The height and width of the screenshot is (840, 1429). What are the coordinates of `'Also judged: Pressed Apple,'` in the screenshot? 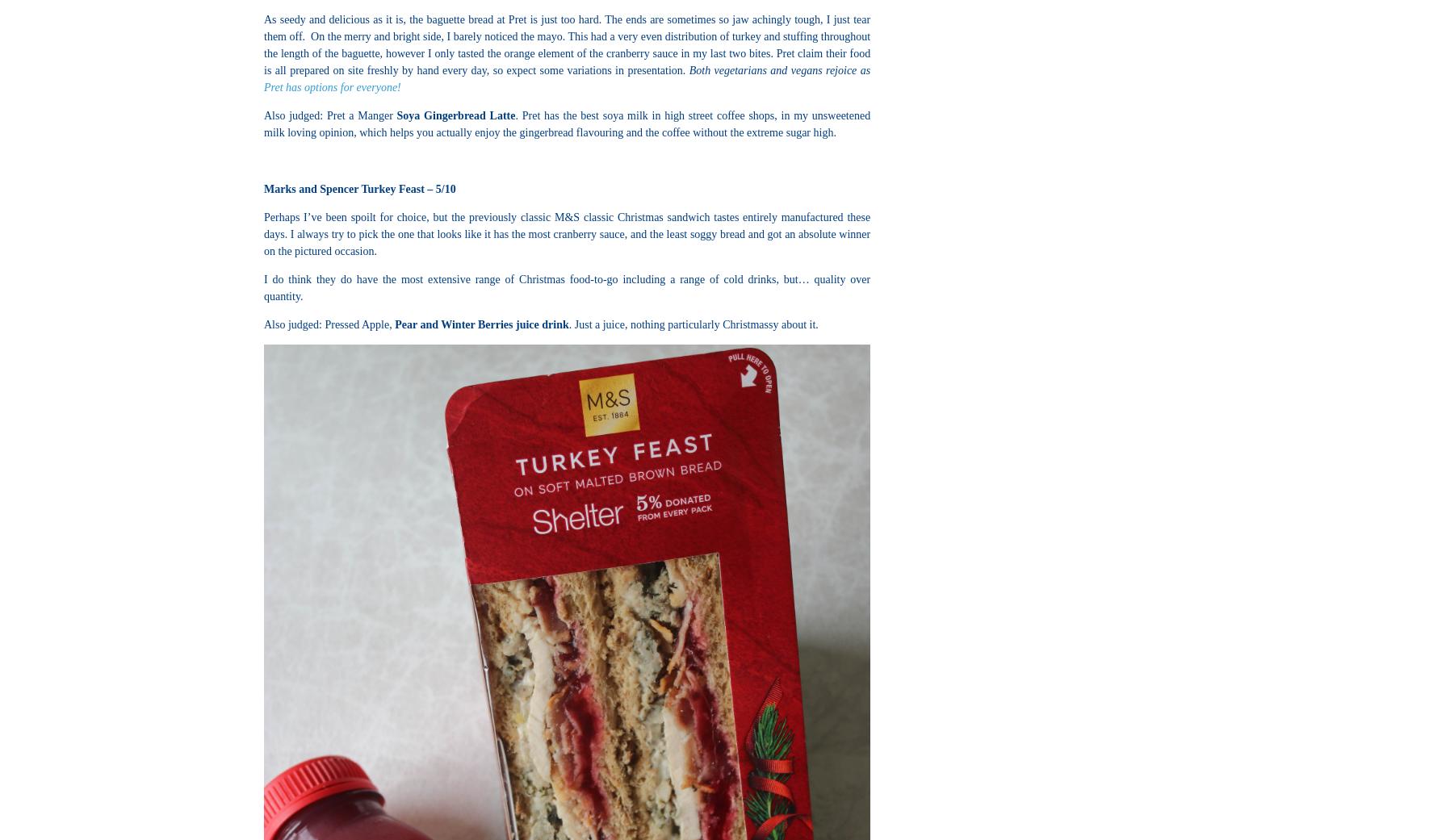 It's located at (328, 324).